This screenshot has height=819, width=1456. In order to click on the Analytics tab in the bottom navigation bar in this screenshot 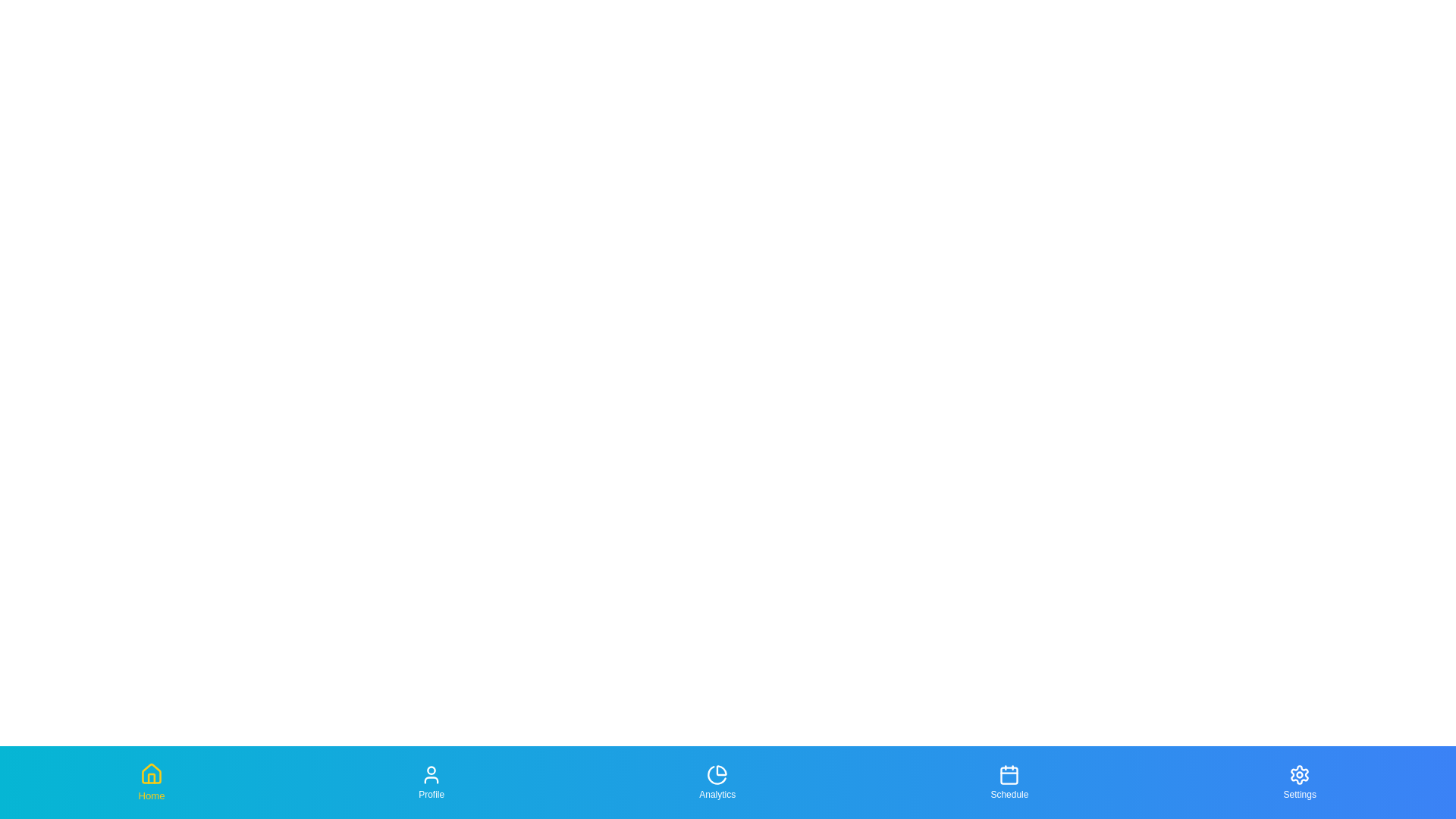, I will do `click(716, 783)`.